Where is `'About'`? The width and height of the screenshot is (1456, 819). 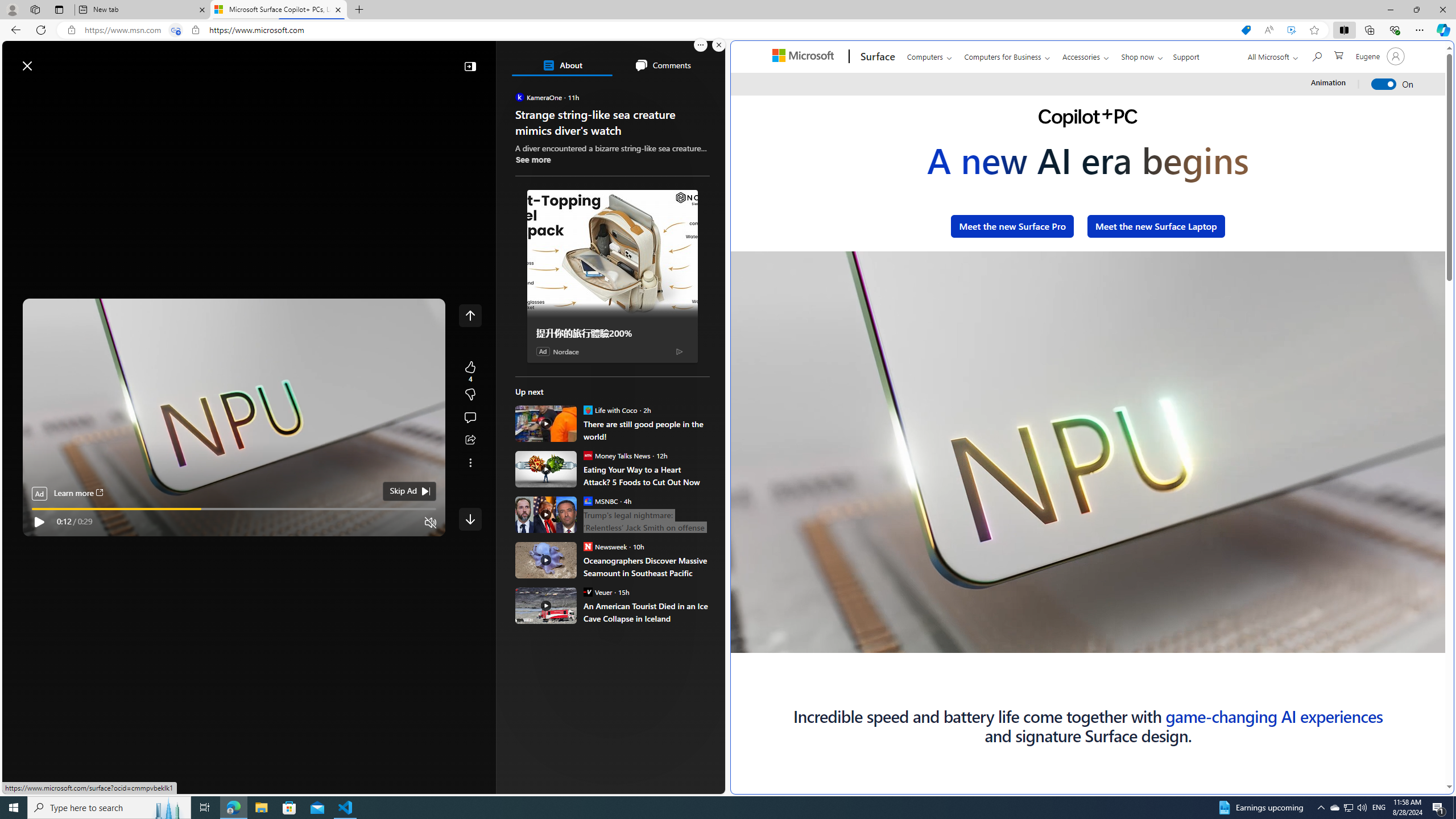
'About' is located at coordinates (561, 65).